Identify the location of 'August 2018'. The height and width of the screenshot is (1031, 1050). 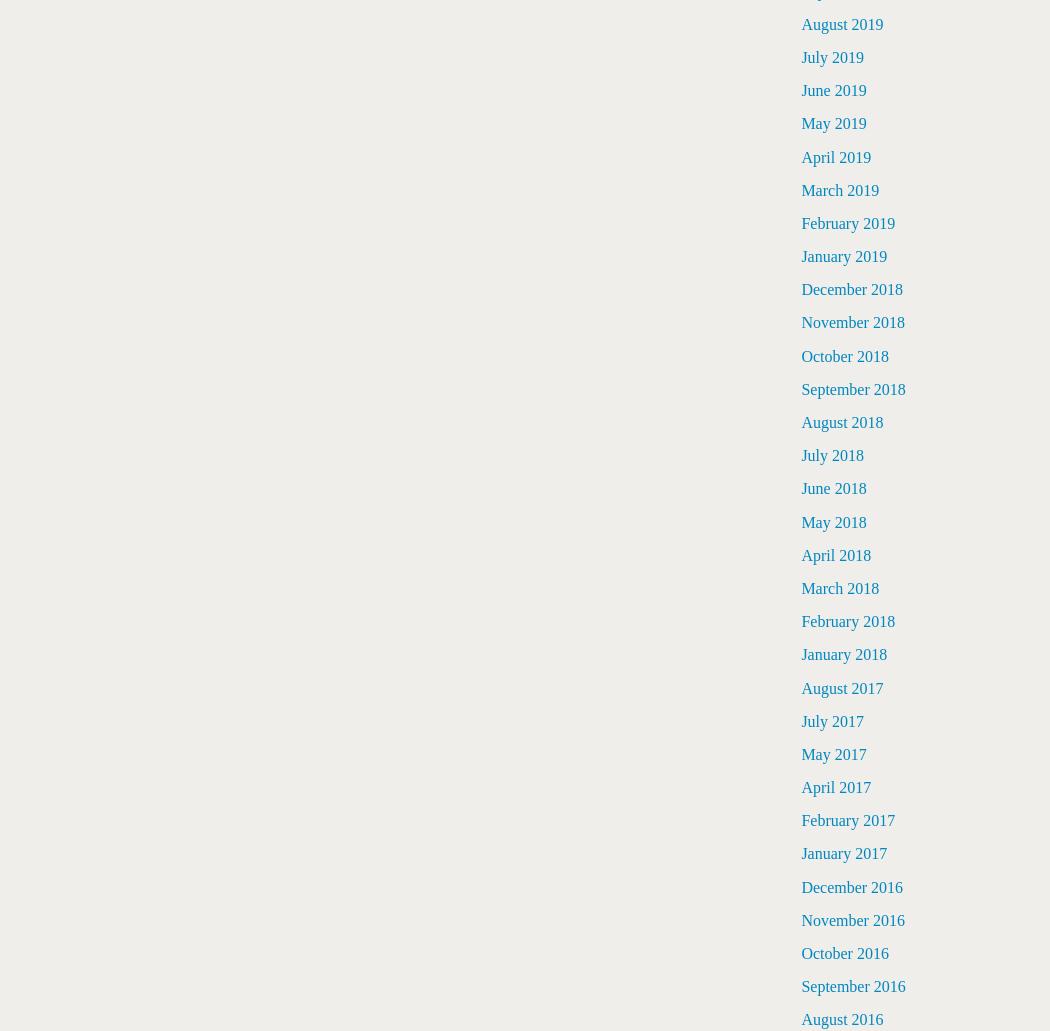
(800, 422).